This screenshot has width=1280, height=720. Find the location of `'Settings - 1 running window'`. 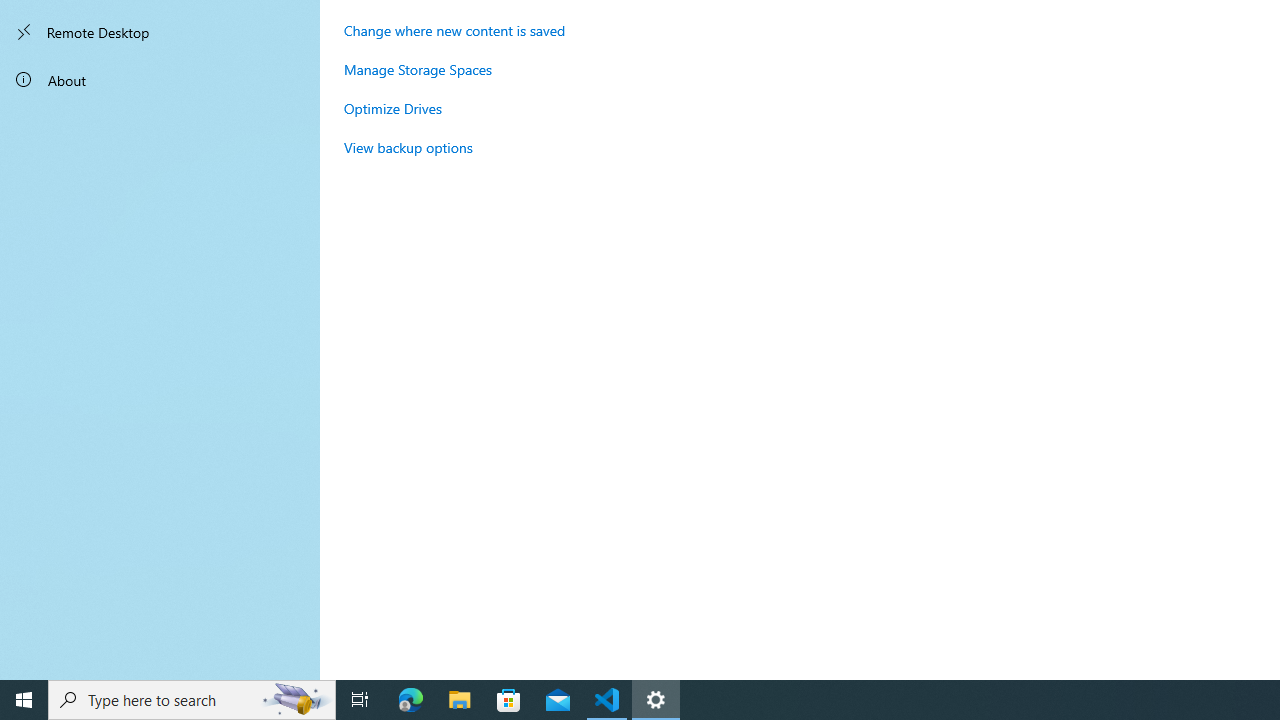

'Settings - 1 running window' is located at coordinates (656, 698).